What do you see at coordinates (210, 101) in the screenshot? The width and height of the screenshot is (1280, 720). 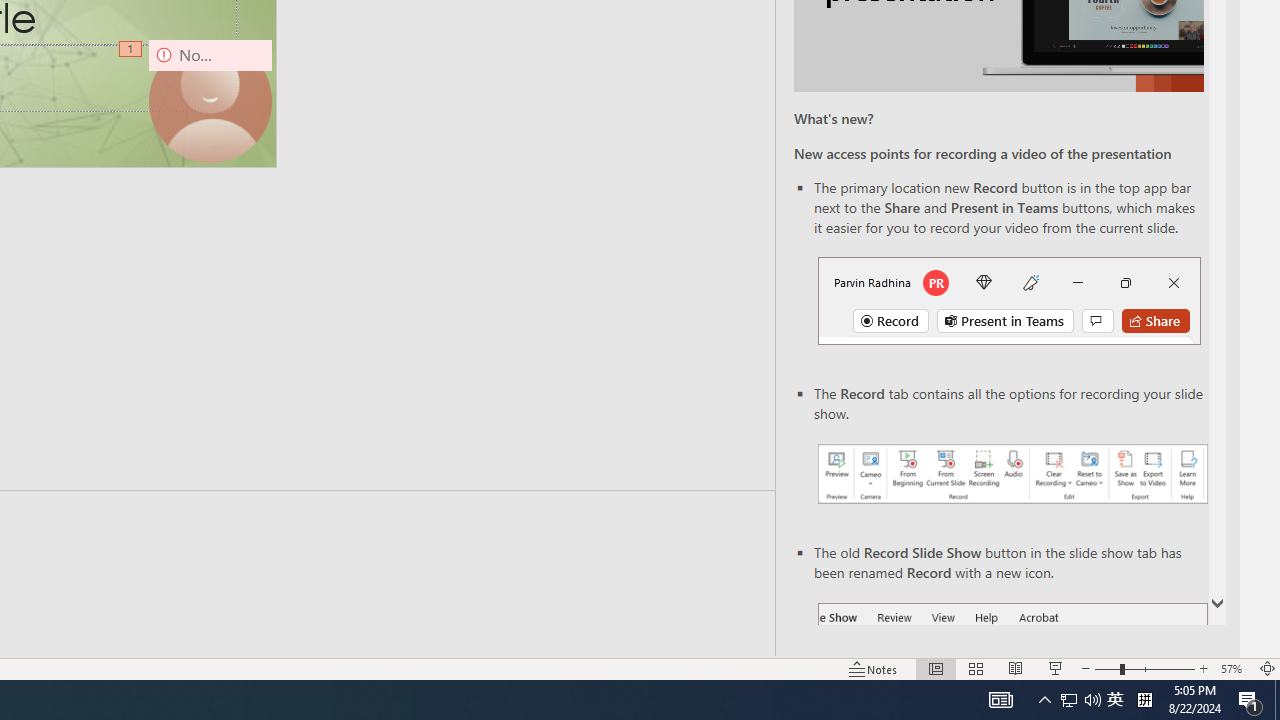 I see `'Camera 9, No camera detected.'` at bounding box center [210, 101].